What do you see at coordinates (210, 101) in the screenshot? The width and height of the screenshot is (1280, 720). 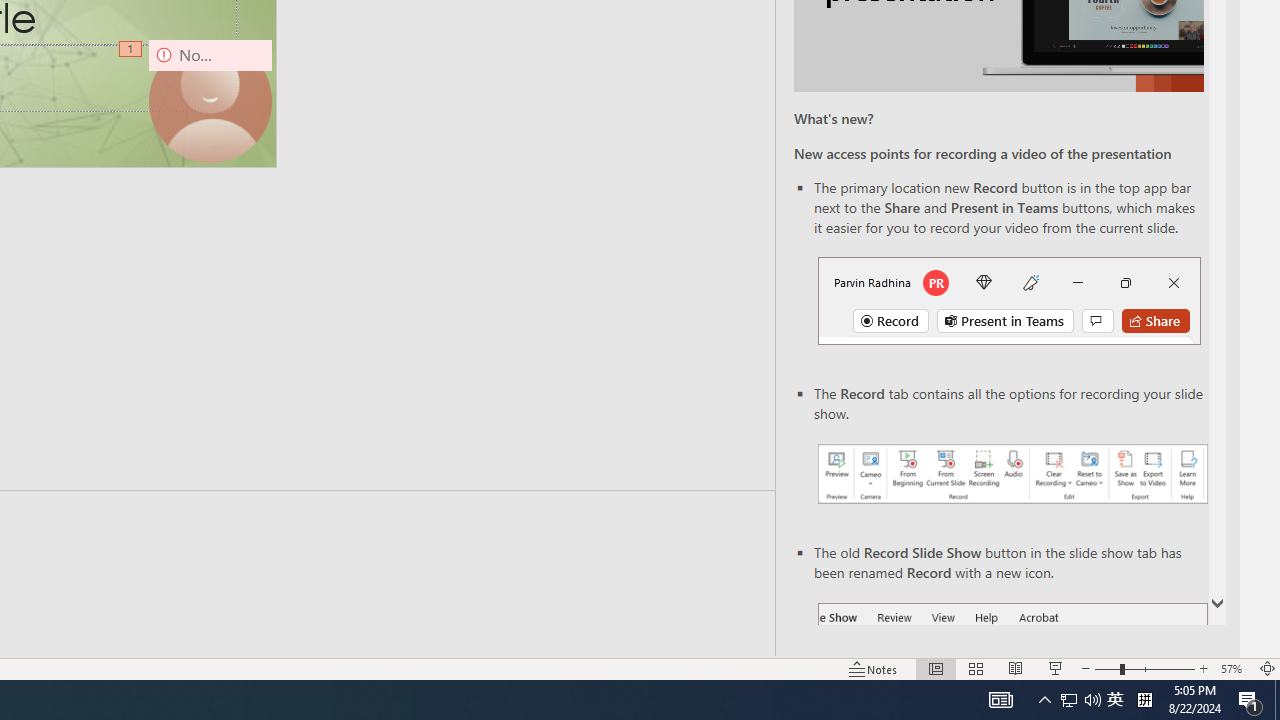 I see `'Camera 9, No camera detected.'` at bounding box center [210, 101].